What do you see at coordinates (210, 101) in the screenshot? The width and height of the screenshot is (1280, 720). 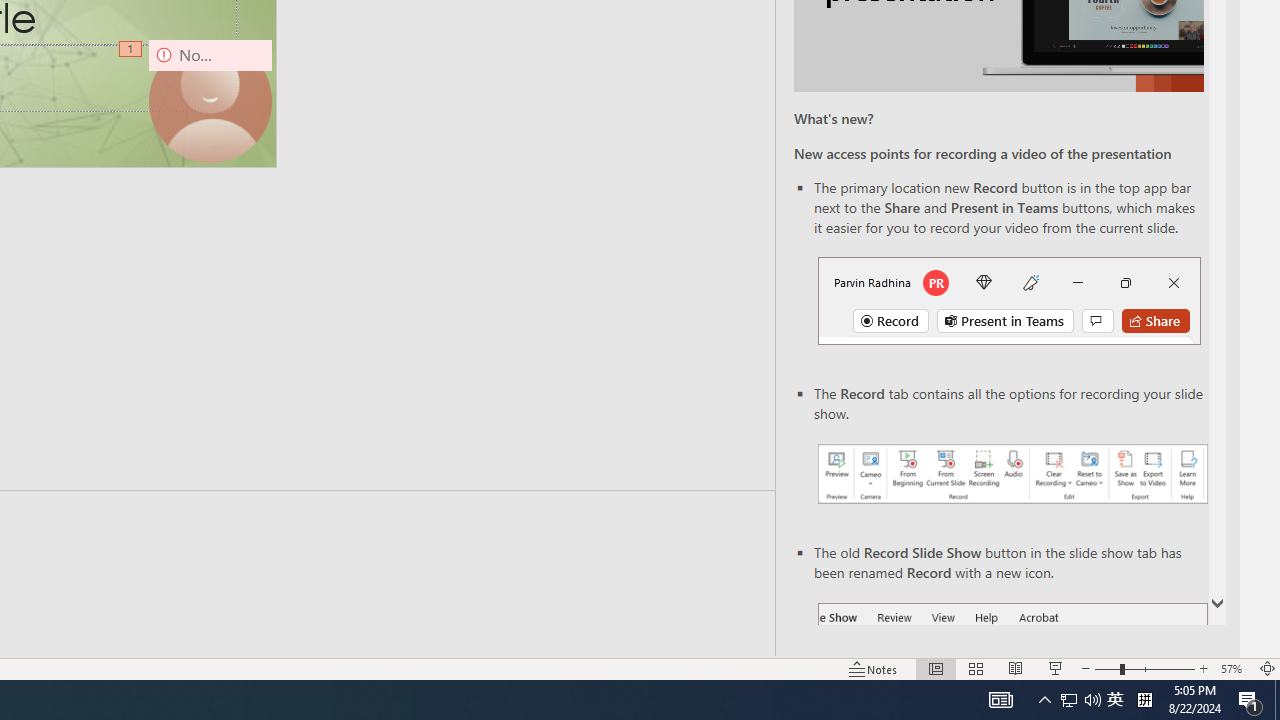 I see `'Camera 9, No camera detected.'` at bounding box center [210, 101].